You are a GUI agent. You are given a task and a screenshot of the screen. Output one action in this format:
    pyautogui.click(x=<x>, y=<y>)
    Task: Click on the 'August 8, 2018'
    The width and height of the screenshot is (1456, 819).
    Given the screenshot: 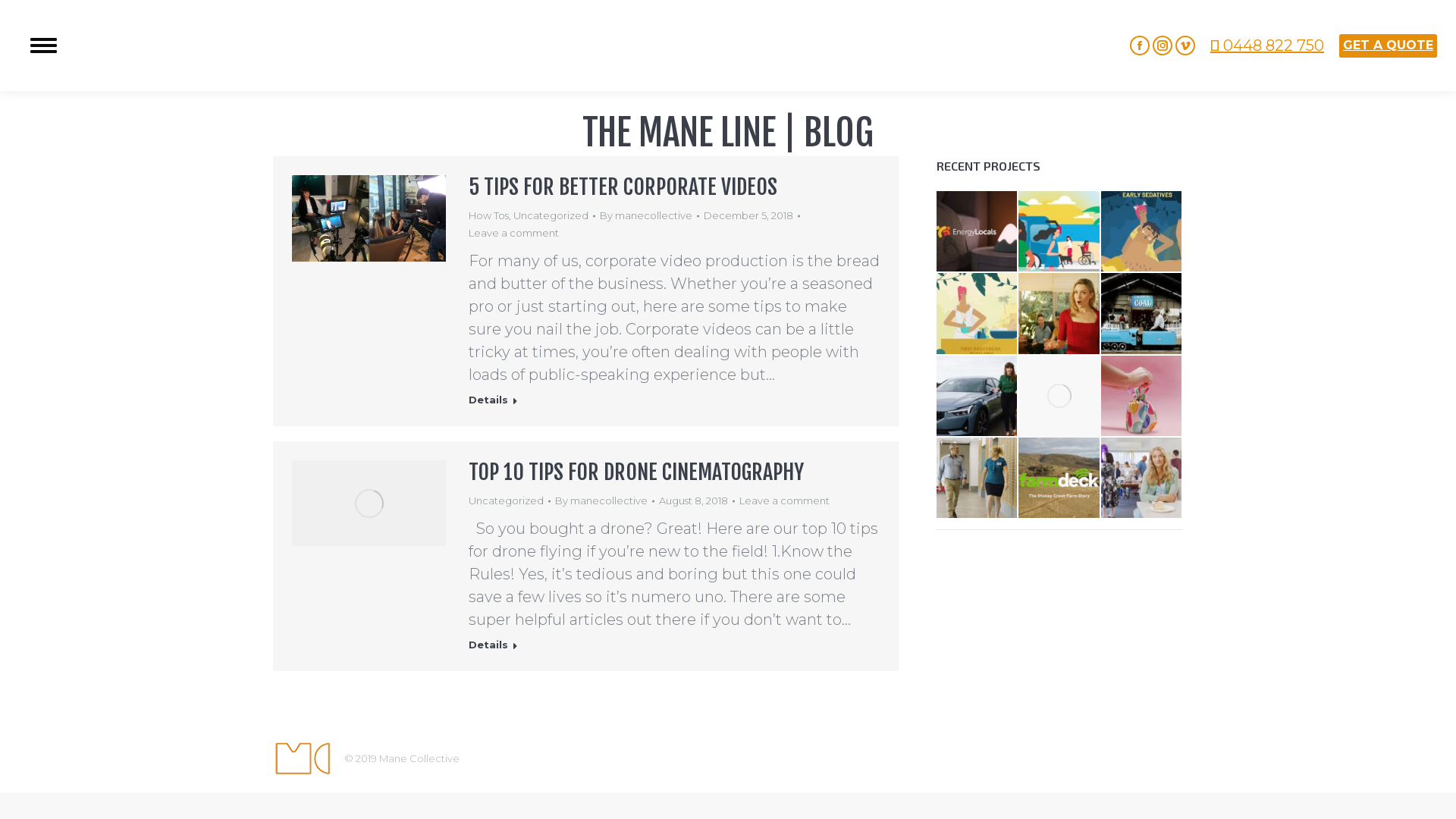 What is the action you would take?
    pyautogui.click(x=695, y=500)
    